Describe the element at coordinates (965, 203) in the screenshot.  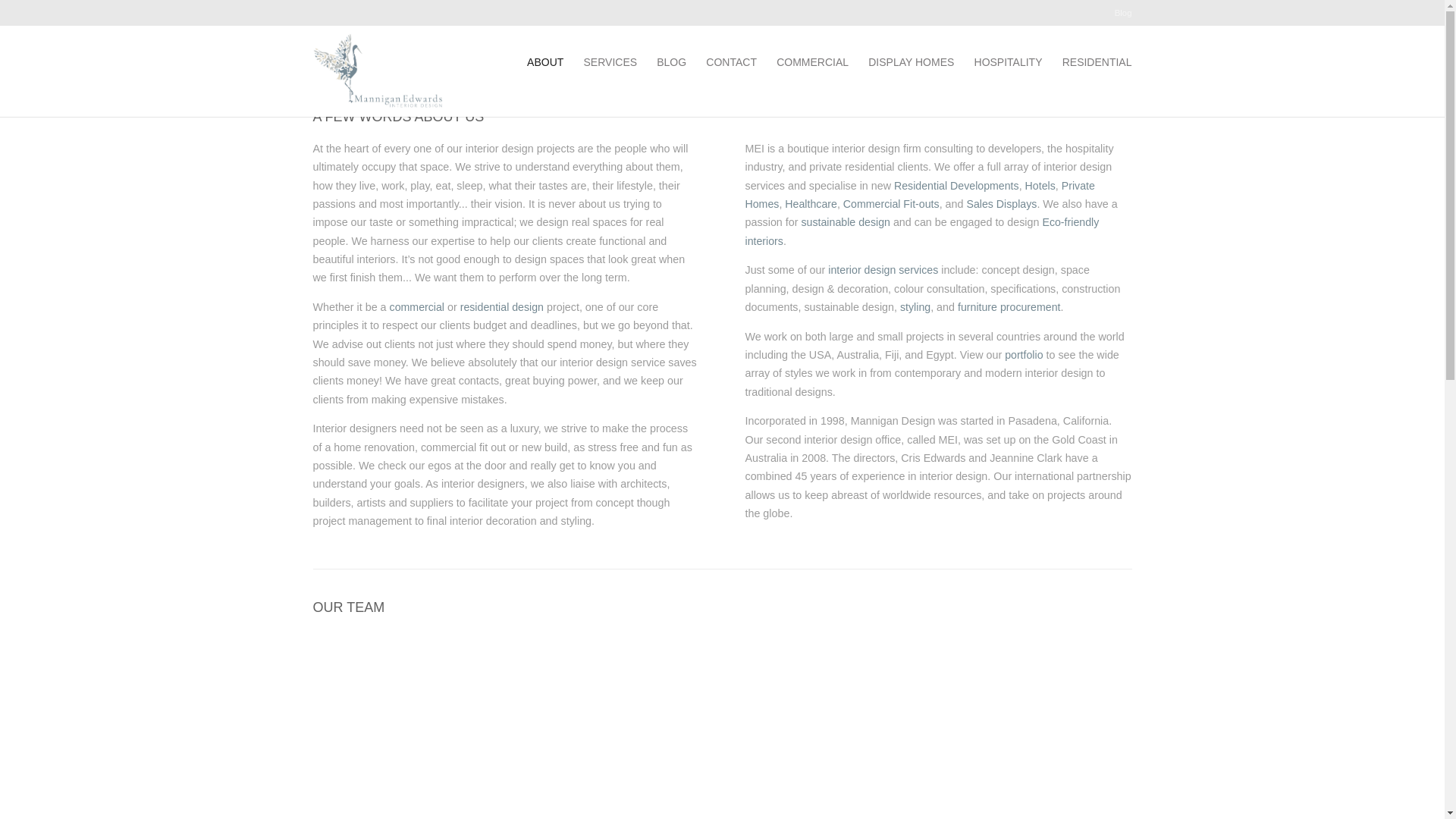
I see `'Sales Displays'` at that location.